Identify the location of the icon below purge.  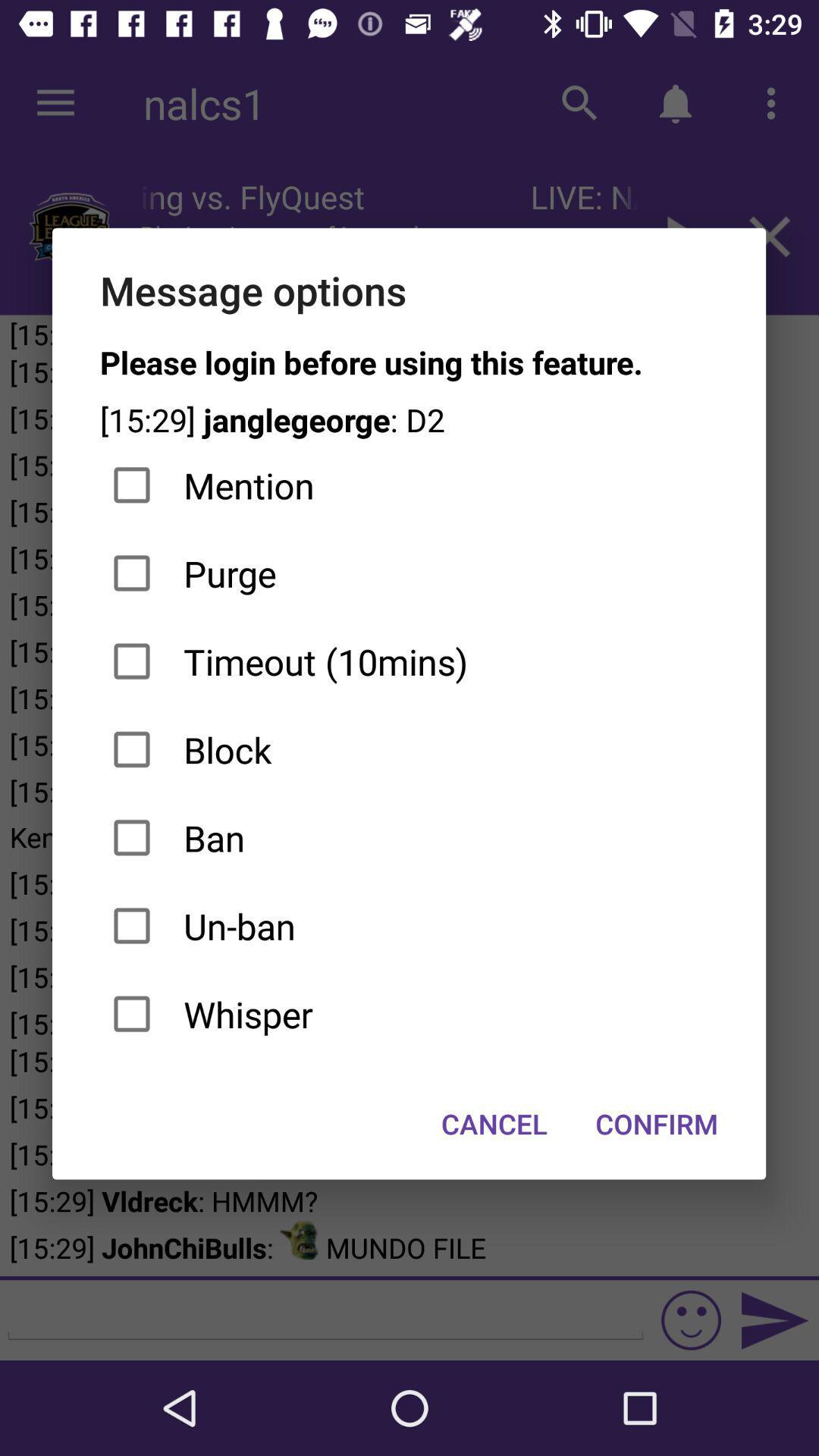
(408, 661).